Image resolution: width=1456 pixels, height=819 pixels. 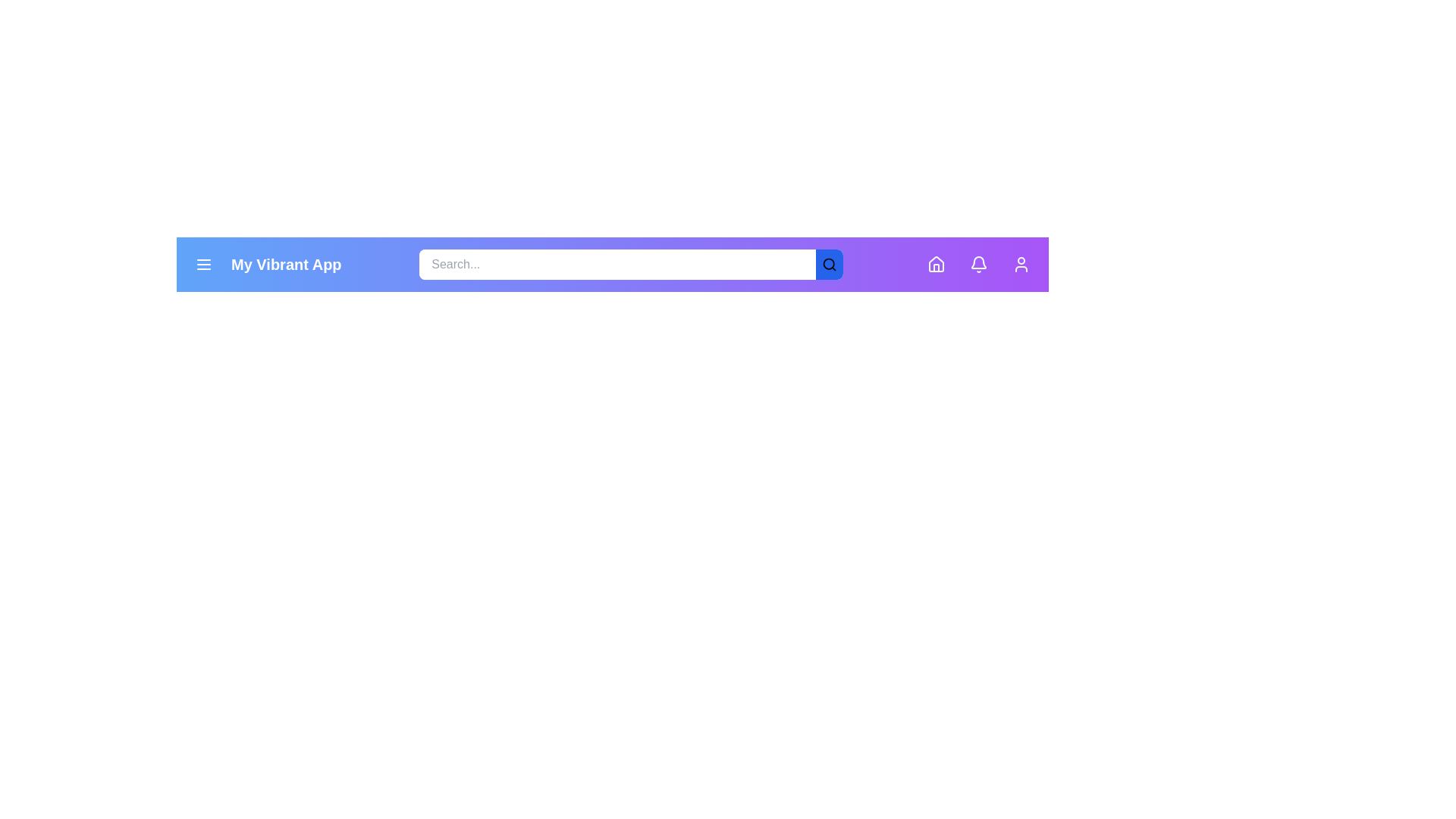 What do you see at coordinates (935, 263) in the screenshot?
I see `the home button to navigate to the homepage` at bounding box center [935, 263].